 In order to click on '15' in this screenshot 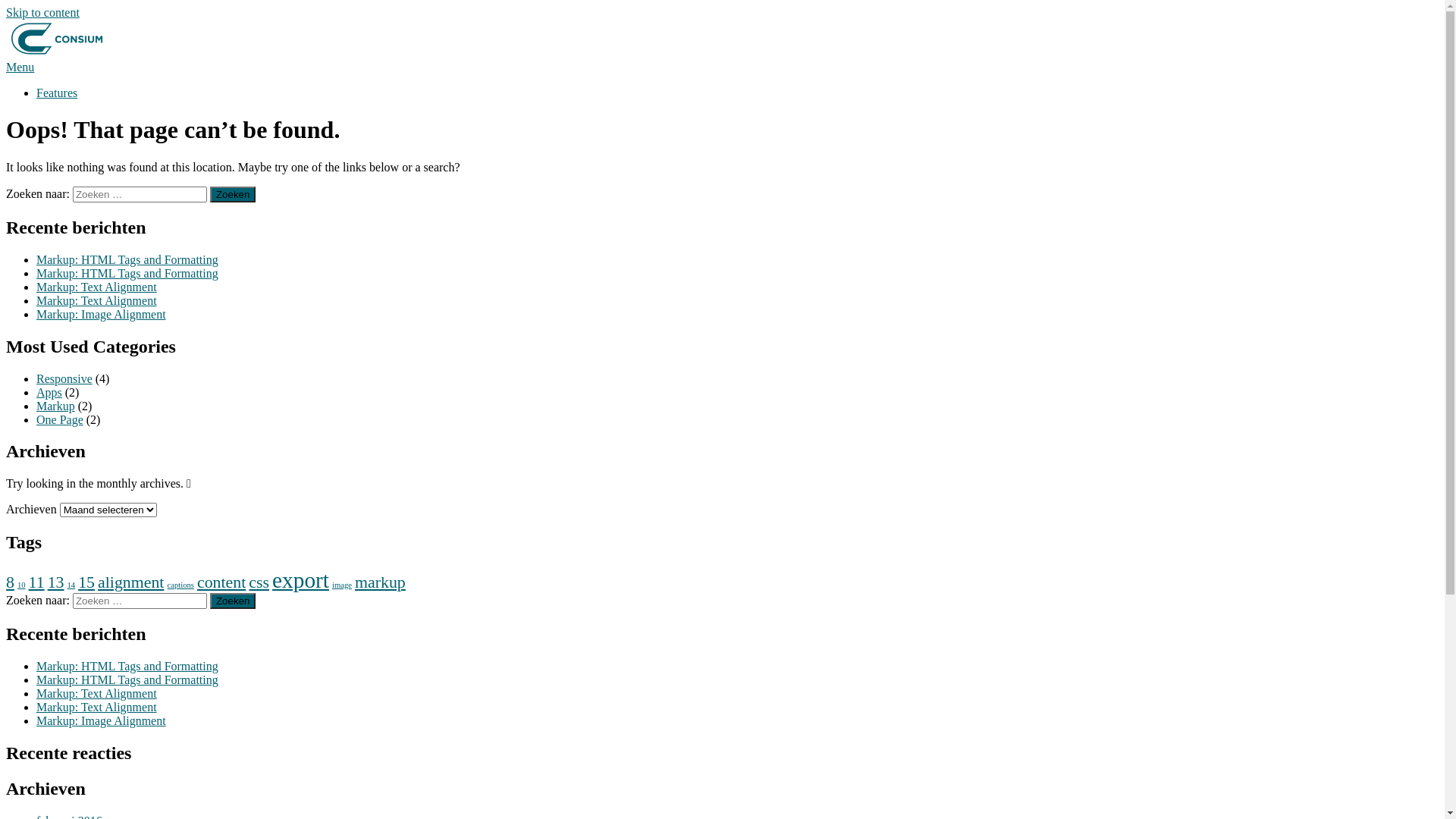, I will do `click(86, 581)`.